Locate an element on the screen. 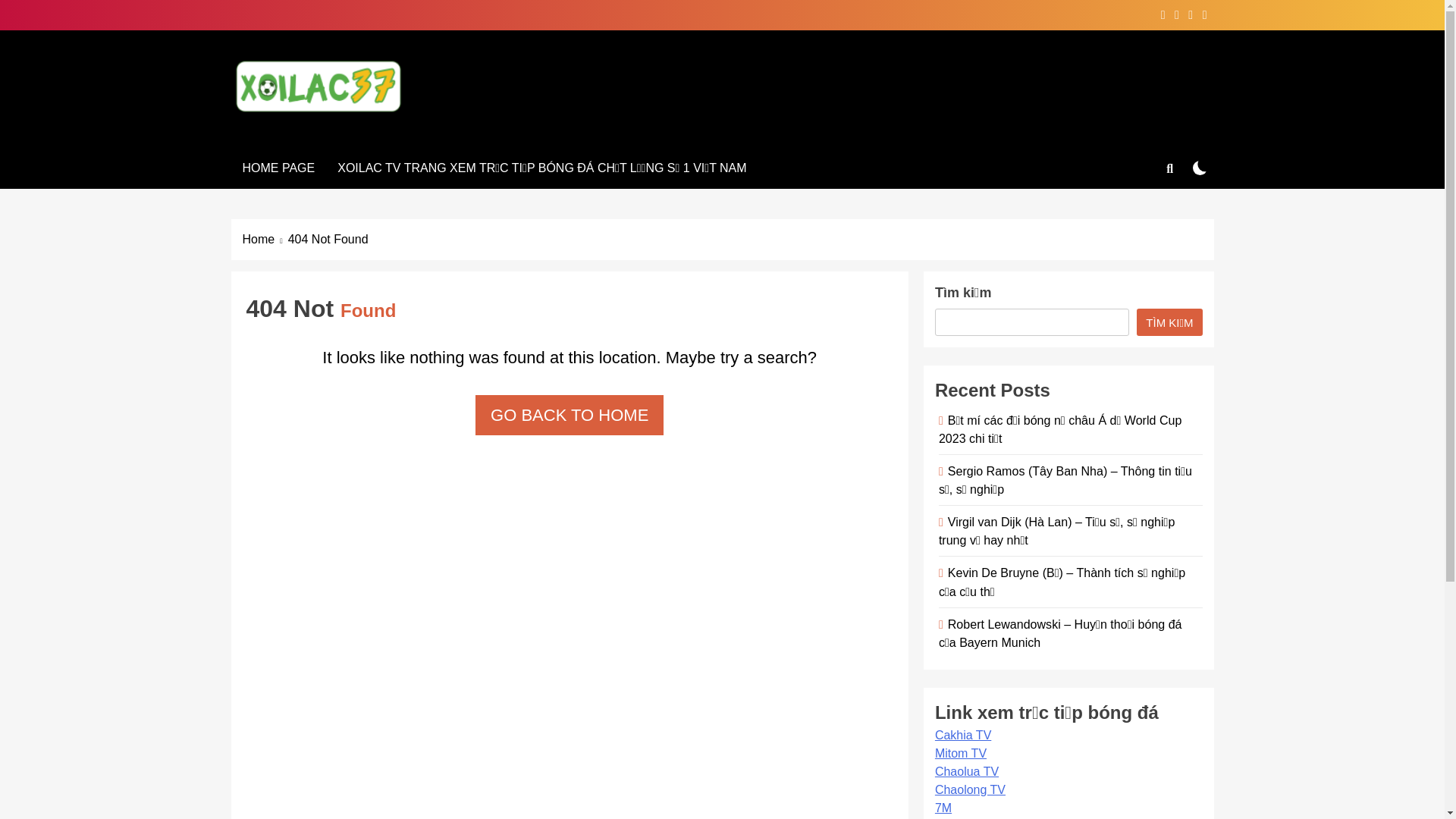 The width and height of the screenshot is (1456, 819). 'Xoilac TV' is located at coordinates (308, 133).